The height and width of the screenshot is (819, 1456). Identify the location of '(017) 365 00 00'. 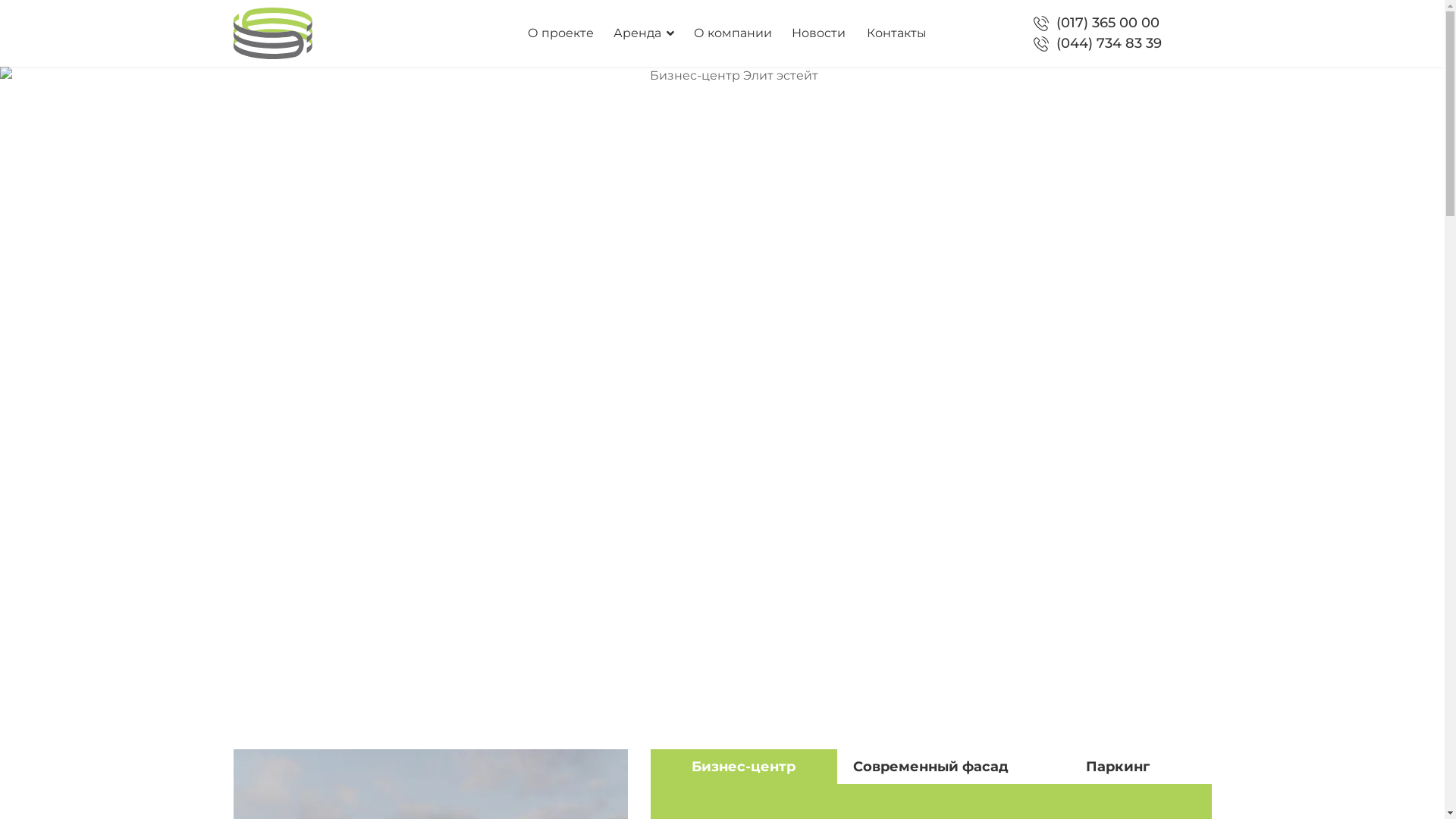
(1107, 23).